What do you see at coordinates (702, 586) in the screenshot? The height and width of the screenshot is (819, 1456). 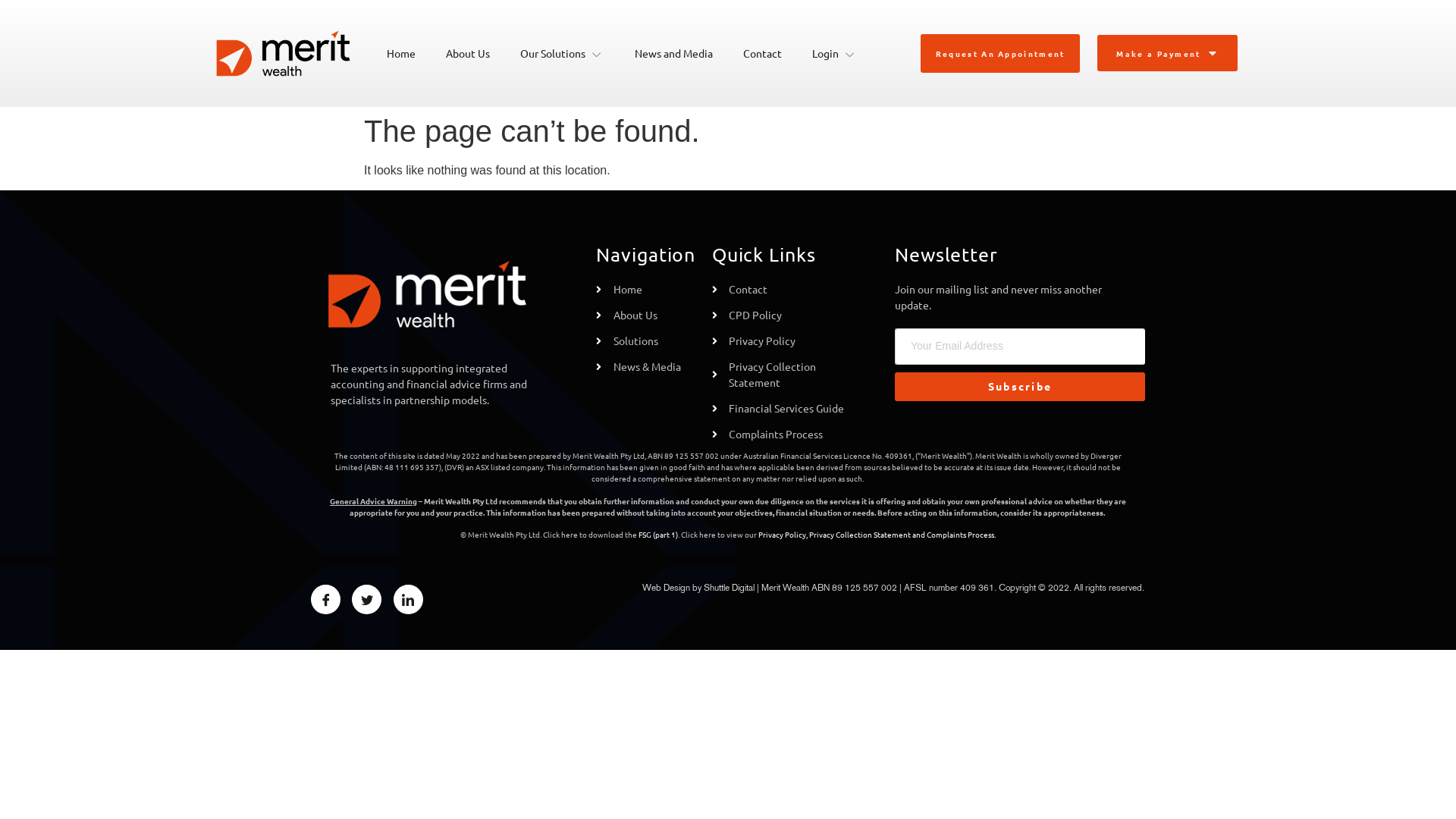 I see `'Shuttle Digital'` at bounding box center [702, 586].